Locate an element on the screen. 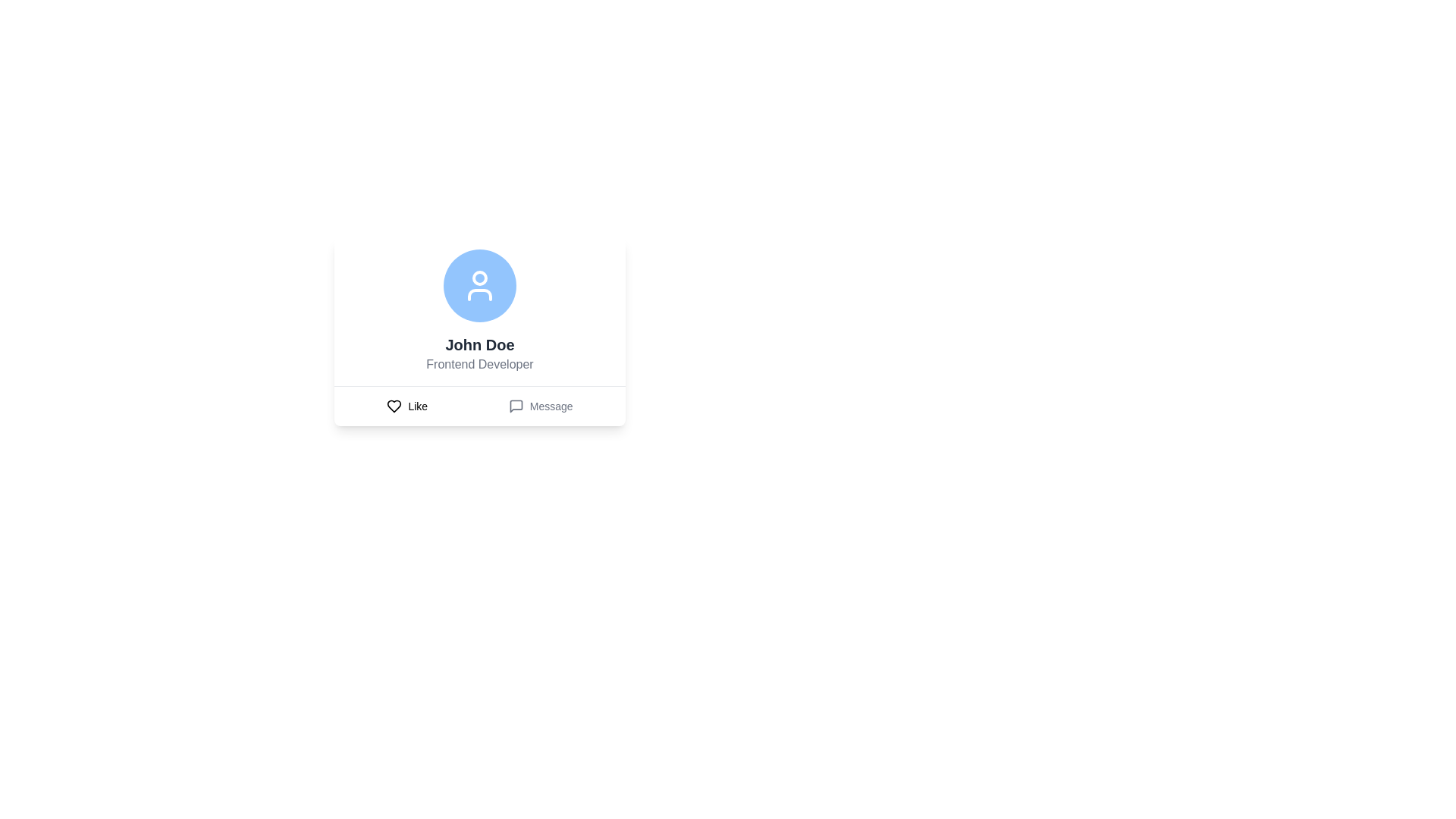  the user profile icon, which is a circular icon located centrally above the text 'John Doe' and 'Frontend Developer' is located at coordinates (479, 286).